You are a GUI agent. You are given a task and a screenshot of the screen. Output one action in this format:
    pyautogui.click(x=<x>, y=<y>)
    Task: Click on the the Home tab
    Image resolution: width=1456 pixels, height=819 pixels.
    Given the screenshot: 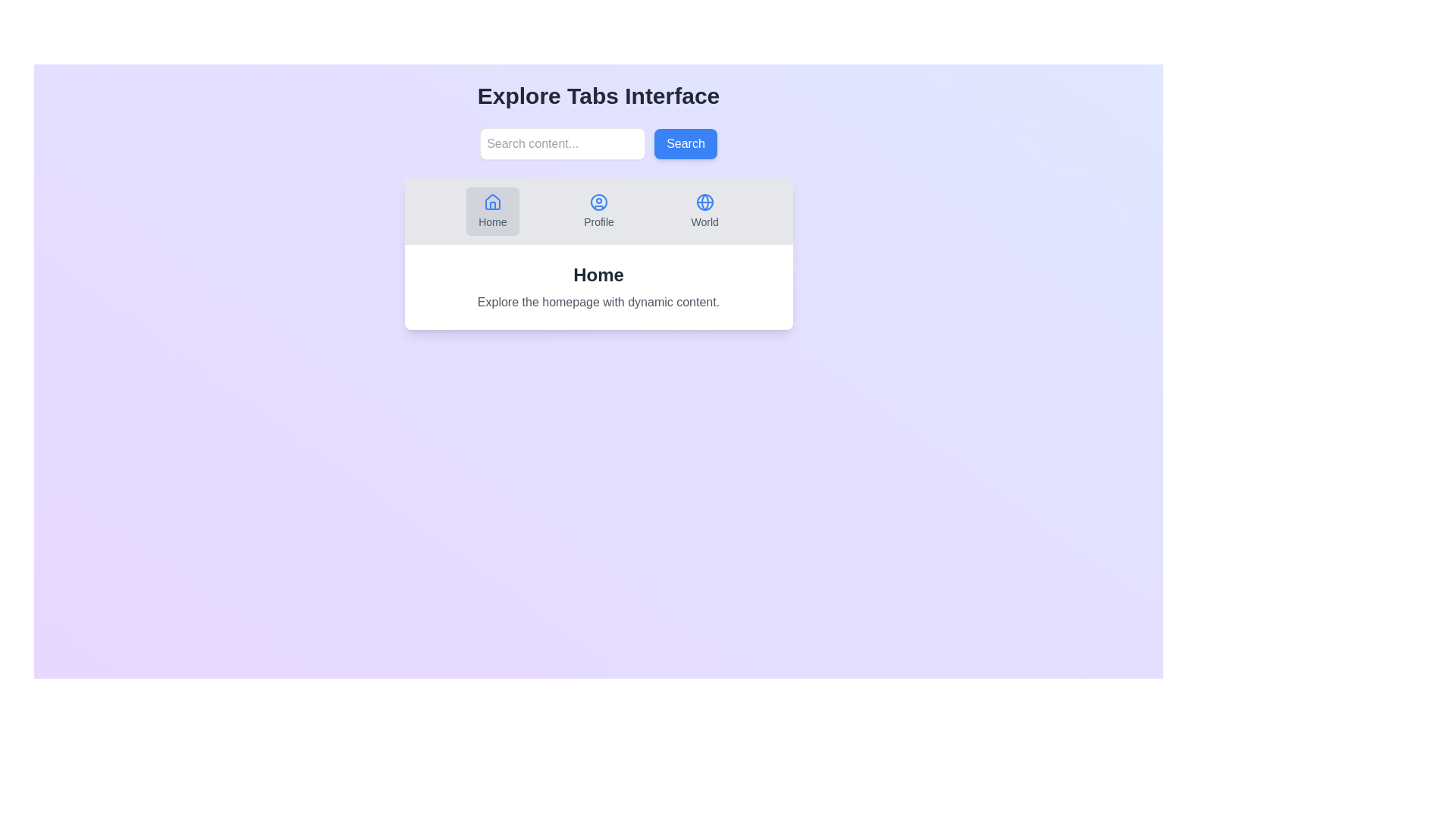 What is the action you would take?
    pyautogui.click(x=492, y=211)
    